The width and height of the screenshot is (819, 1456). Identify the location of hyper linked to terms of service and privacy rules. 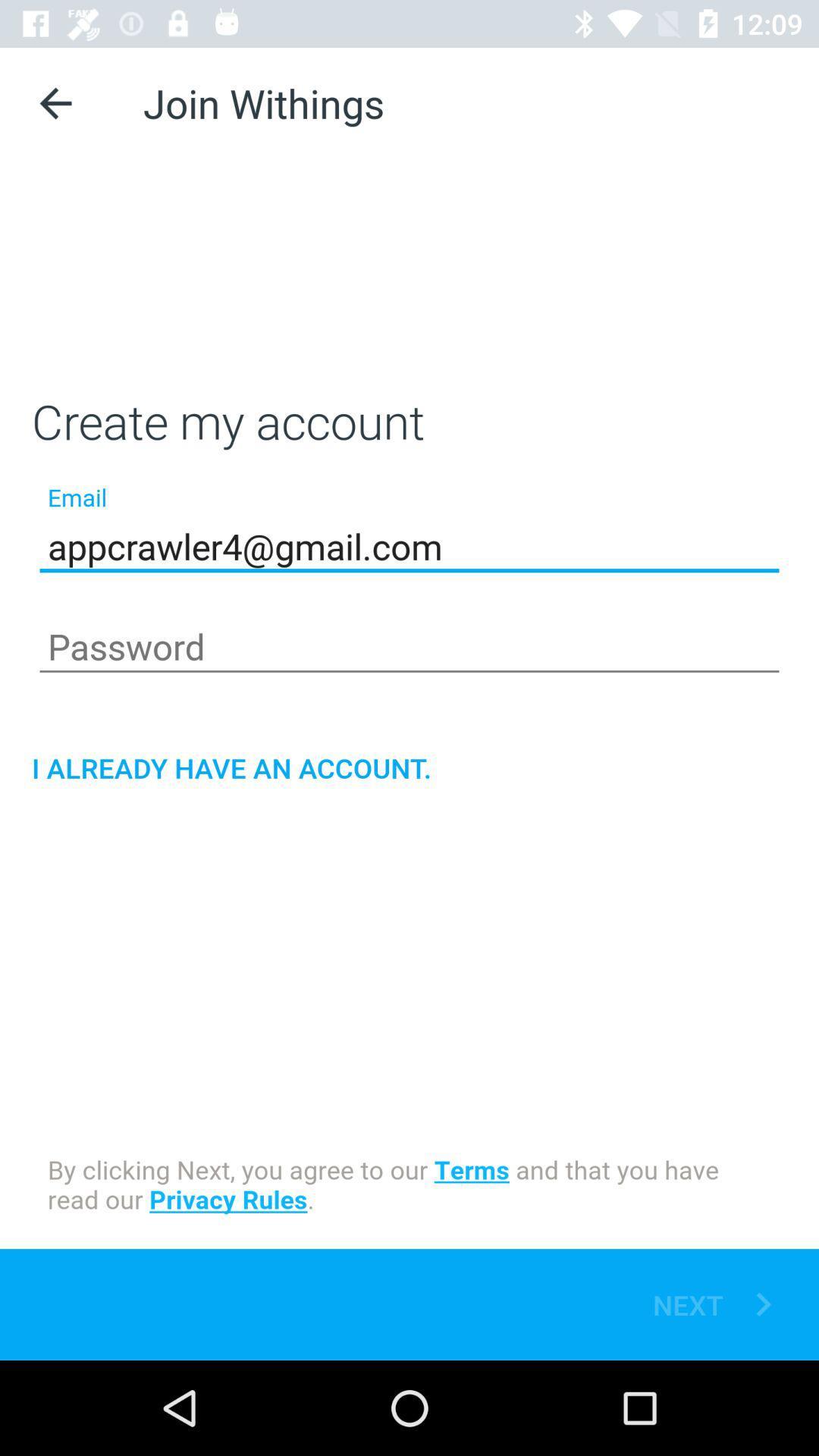
(409, 1186).